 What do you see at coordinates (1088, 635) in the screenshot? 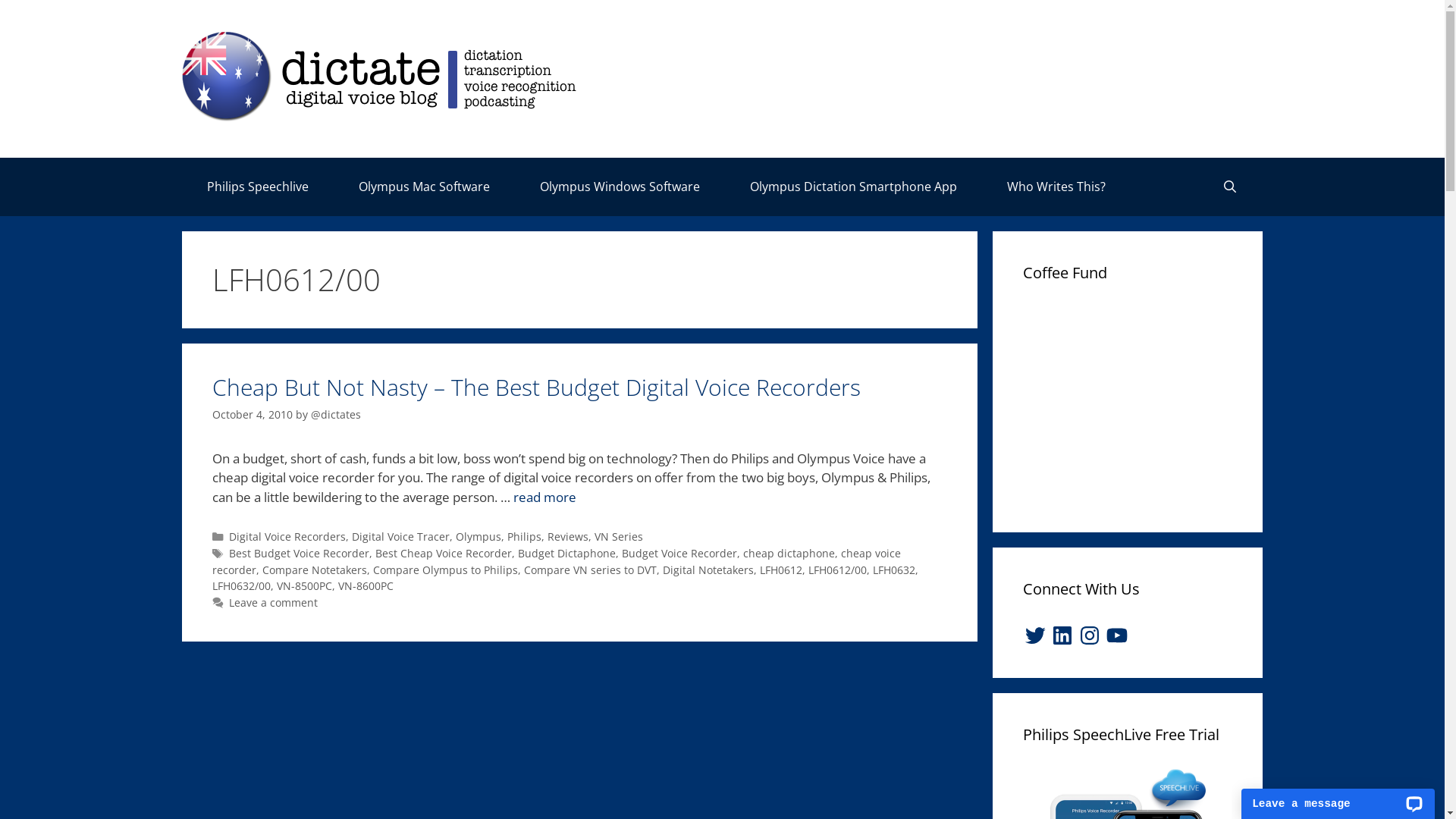
I see `'Instagram'` at bounding box center [1088, 635].